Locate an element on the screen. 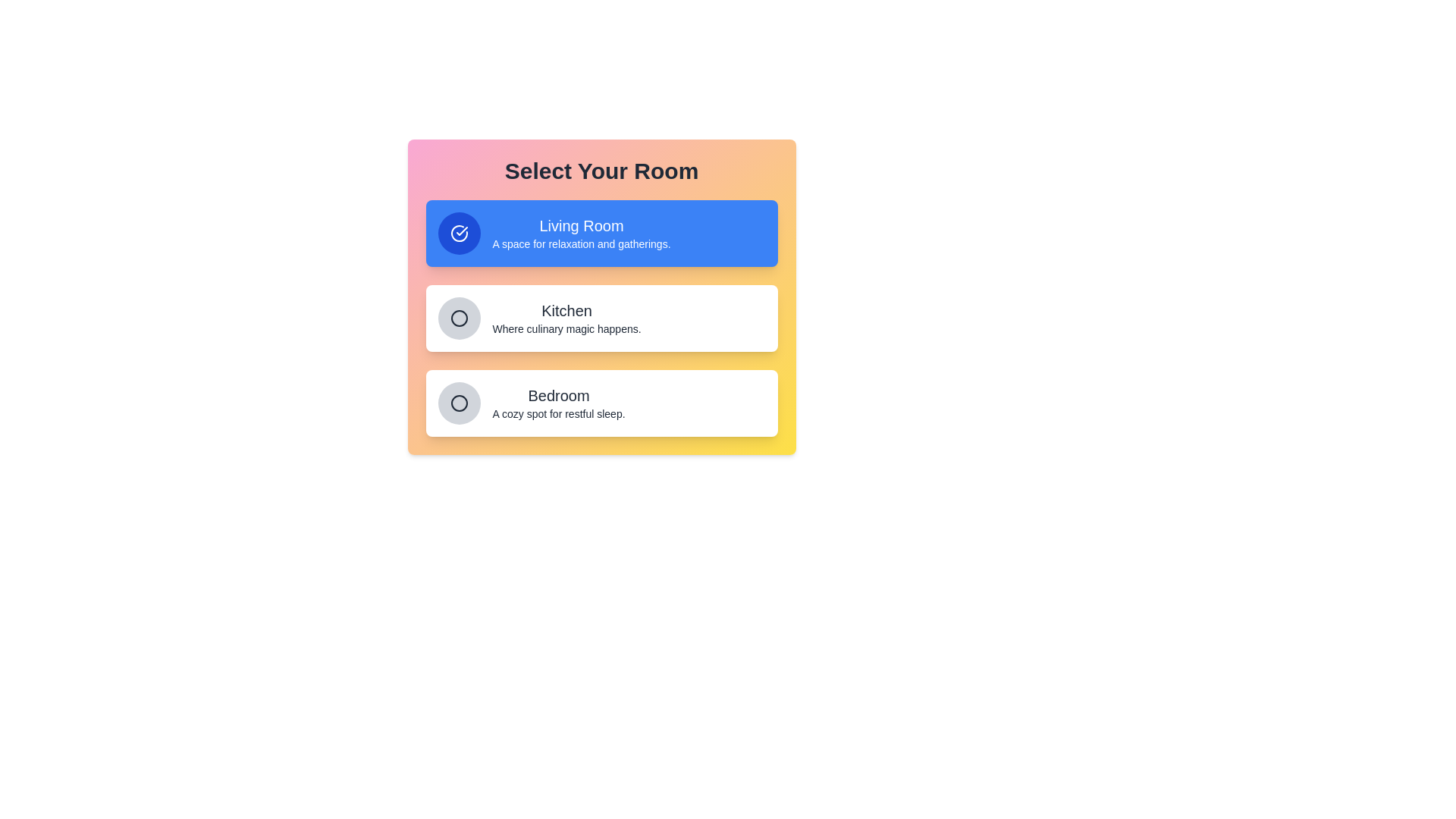  text displayed in the Text Display element located in the third room selection card for 'Bedroom', which is situated below the 'Kitchen' card is located at coordinates (558, 403).